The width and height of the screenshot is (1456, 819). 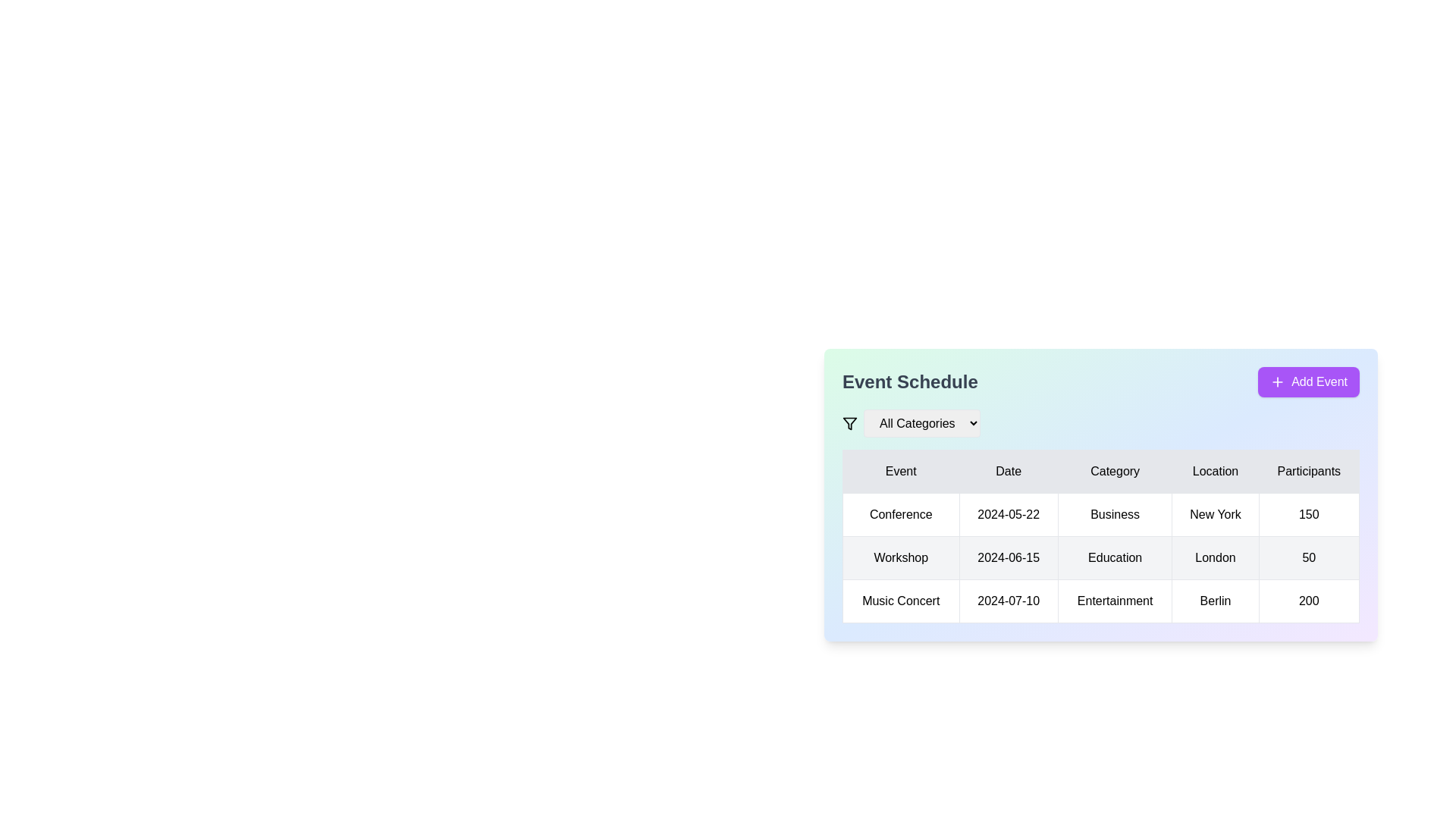 I want to click on the add event icon located to the left of the 'Add Event' label within the purple button in the top-right corner of the 'Event Schedule' section, so click(x=1277, y=381).